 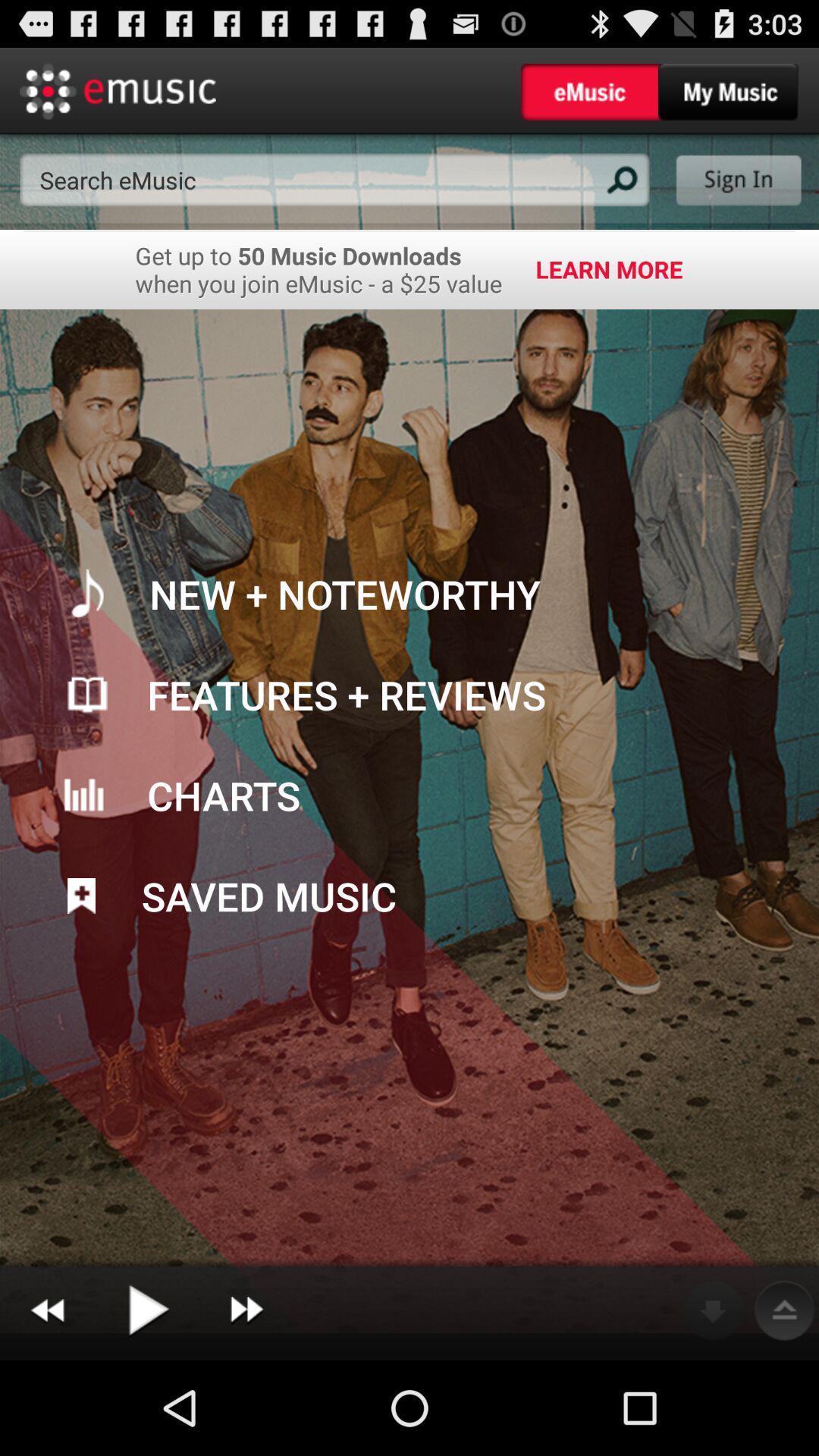 What do you see at coordinates (620, 192) in the screenshot?
I see `the search icon` at bounding box center [620, 192].